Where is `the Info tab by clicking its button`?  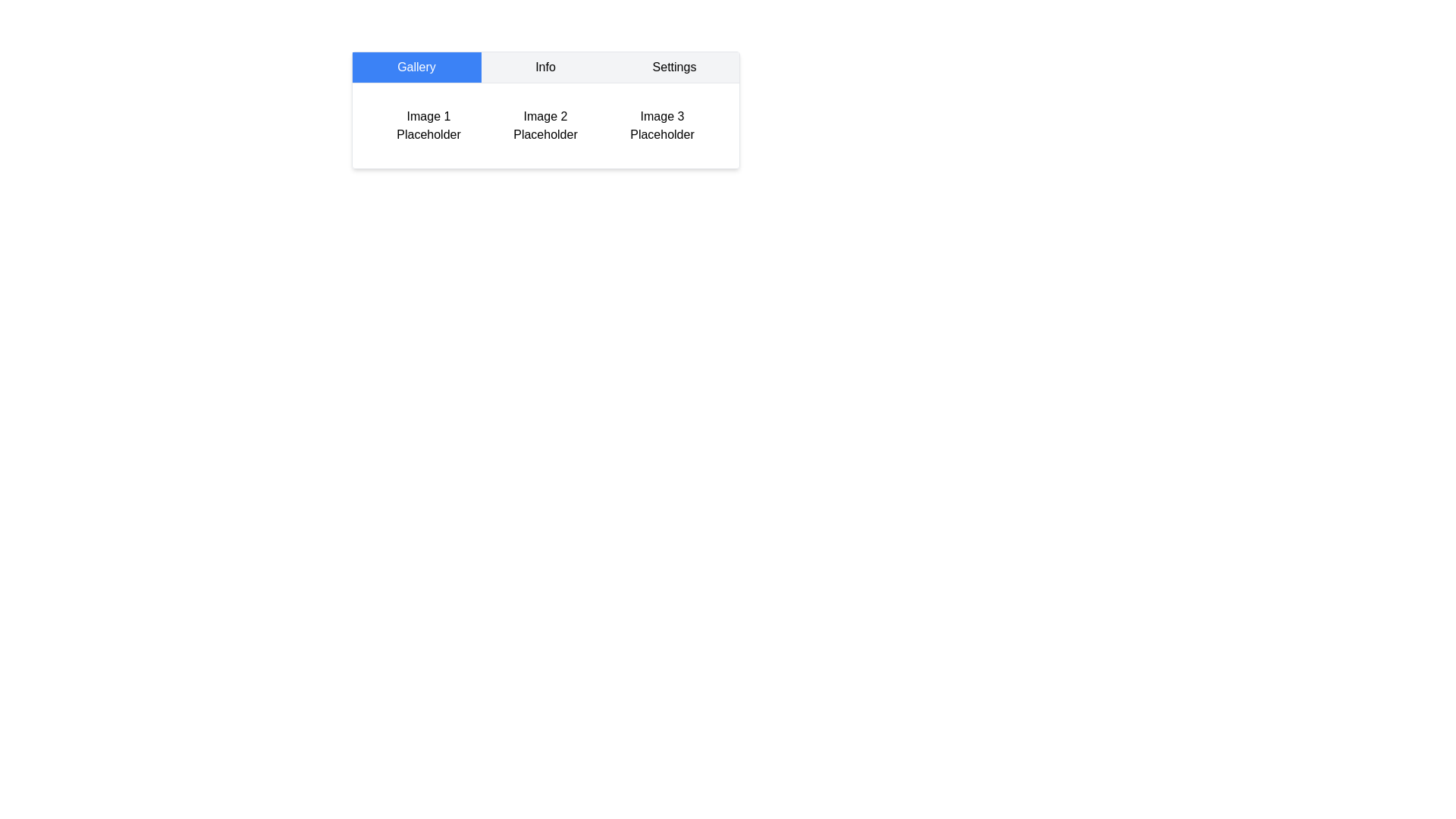
the Info tab by clicking its button is located at coordinates (545, 66).